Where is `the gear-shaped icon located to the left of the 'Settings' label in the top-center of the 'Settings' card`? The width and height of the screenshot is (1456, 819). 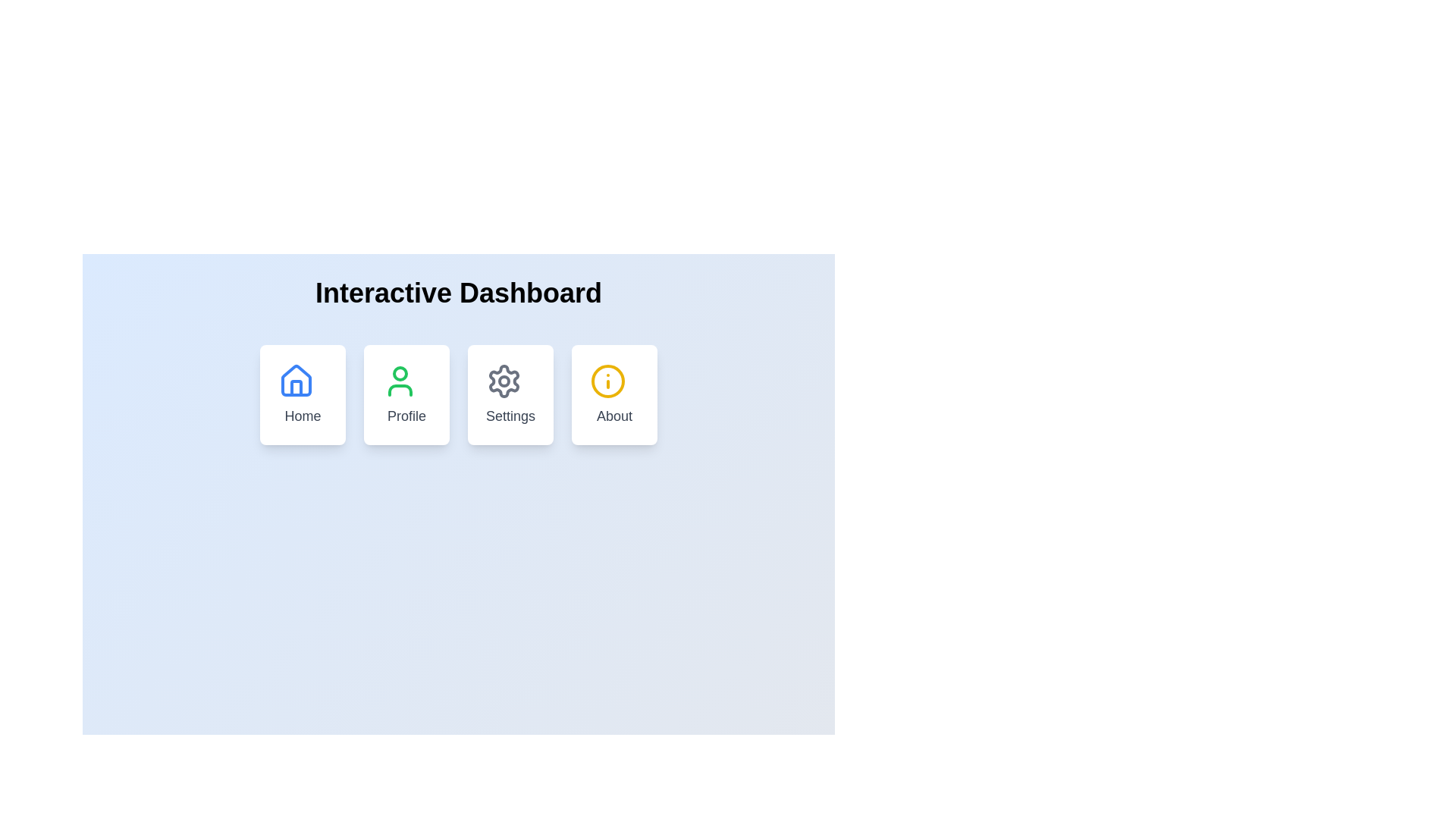 the gear-shaped icon located to the left of the 'Settings' label in the top-center of the 'Settings' card is located at coordinates (504, 380).